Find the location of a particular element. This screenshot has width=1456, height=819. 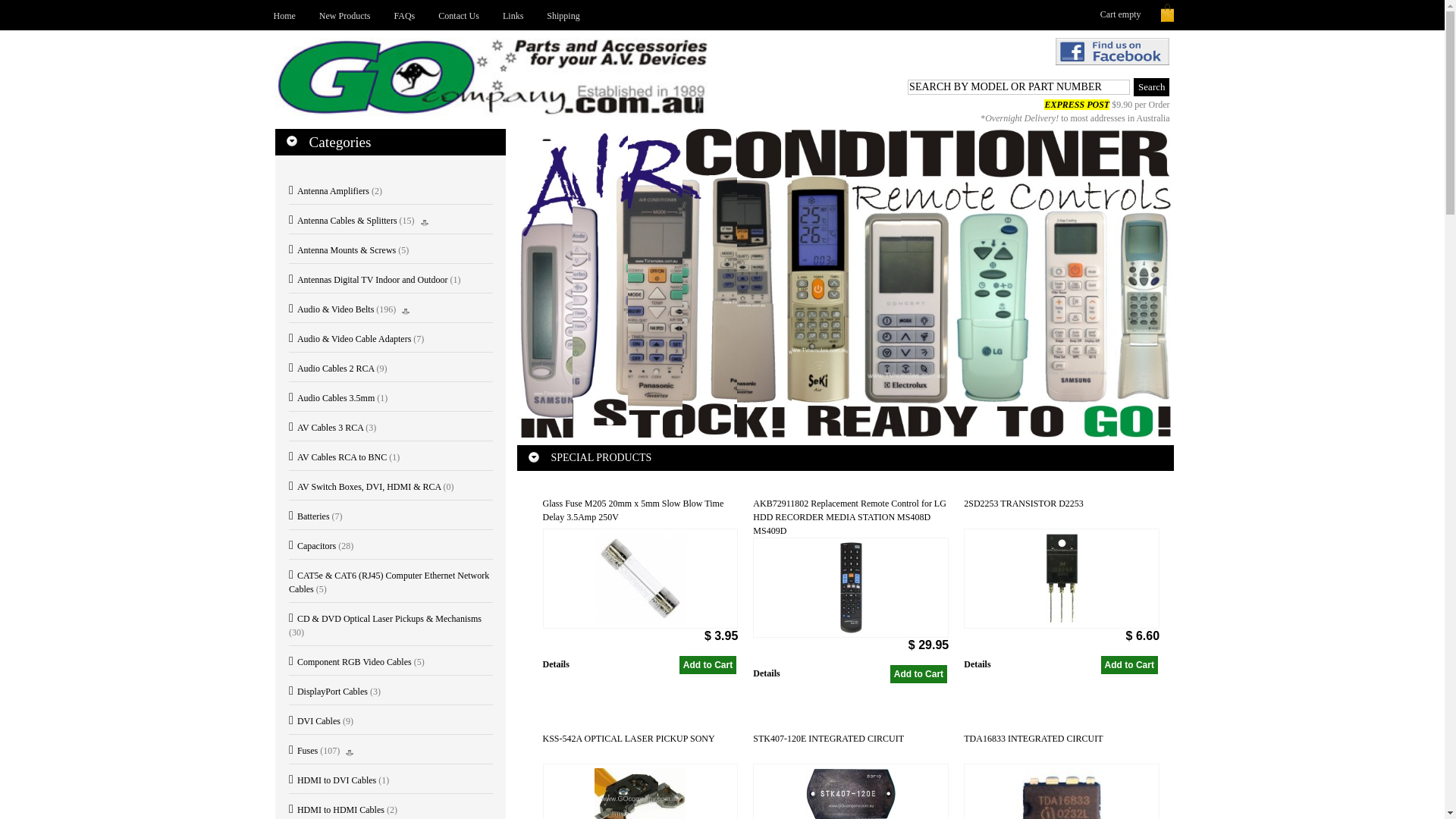

'CD & DVD Optical Laser Pickups & Mechanisms' is located at coordinates (385, 619).